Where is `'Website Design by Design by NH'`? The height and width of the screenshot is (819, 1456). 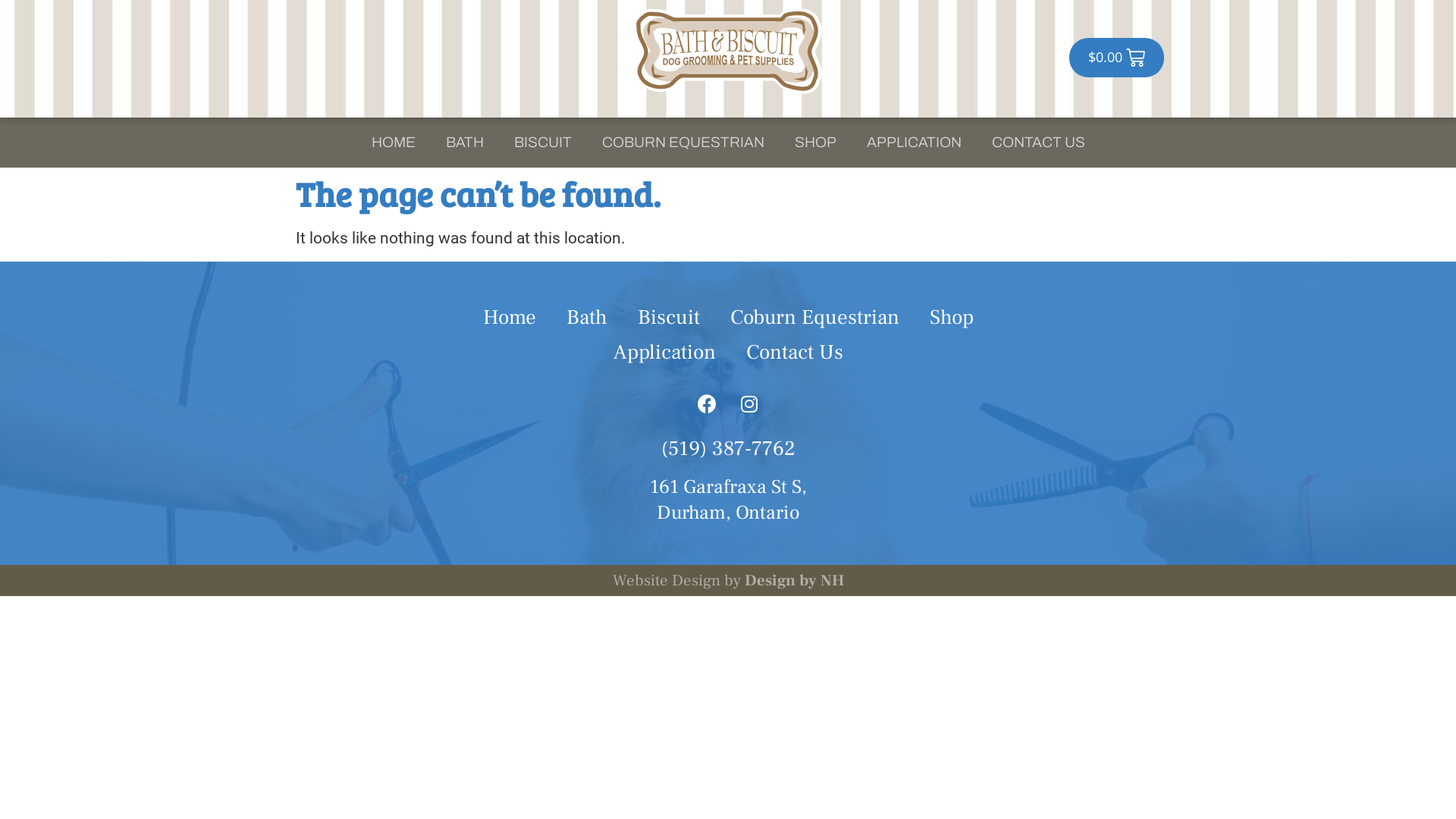
'Website Design by Design by NH' is located at coordinates (728, 580).